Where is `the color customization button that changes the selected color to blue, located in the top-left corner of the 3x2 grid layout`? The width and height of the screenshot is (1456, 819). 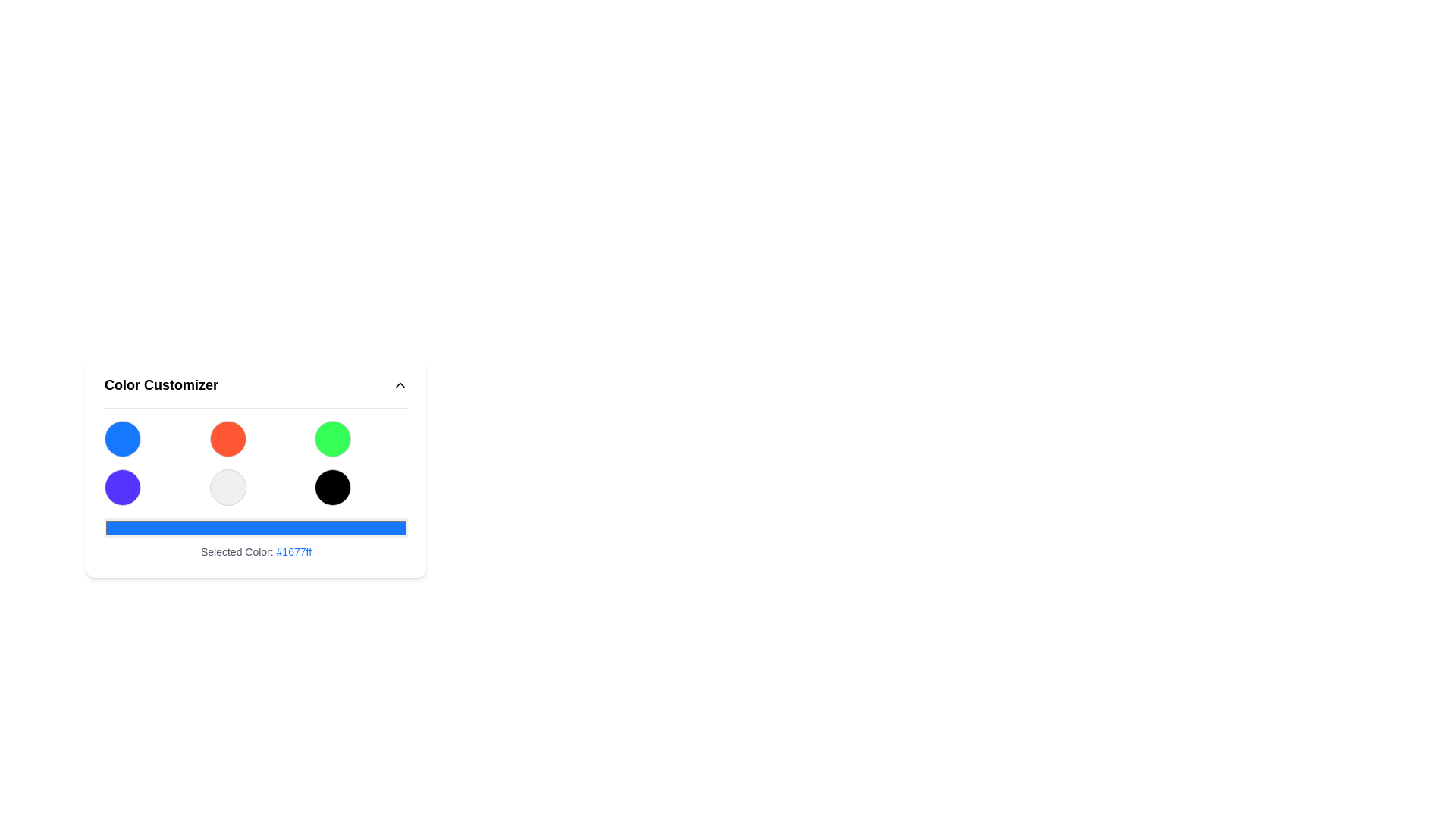 the color customization button that changes the selected color to blue, located in the top-left corner of the 3x2 grid layout is located at coordinates (123, 438).